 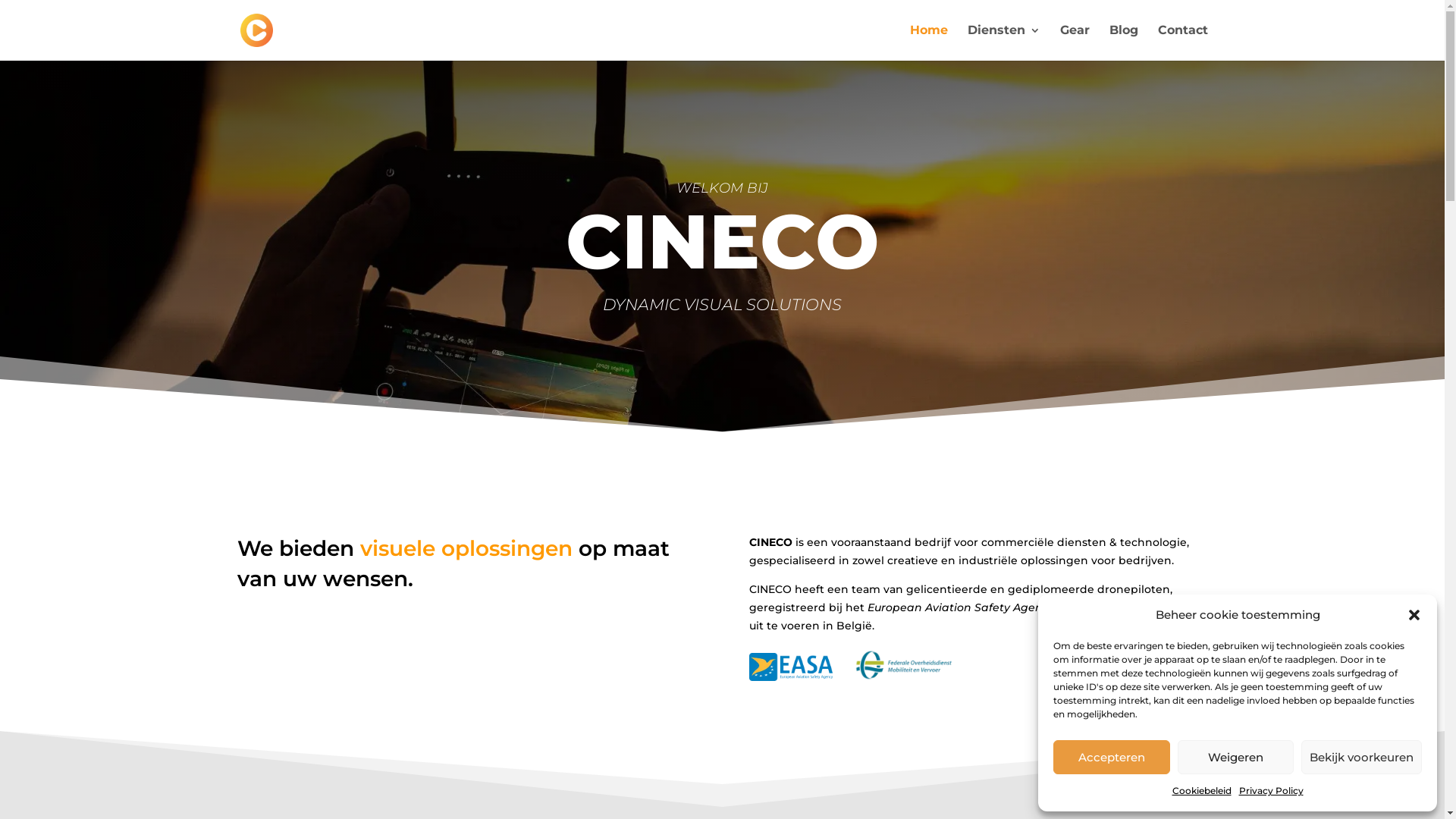 I want to click on 'Home', so click(x=927, y=42).